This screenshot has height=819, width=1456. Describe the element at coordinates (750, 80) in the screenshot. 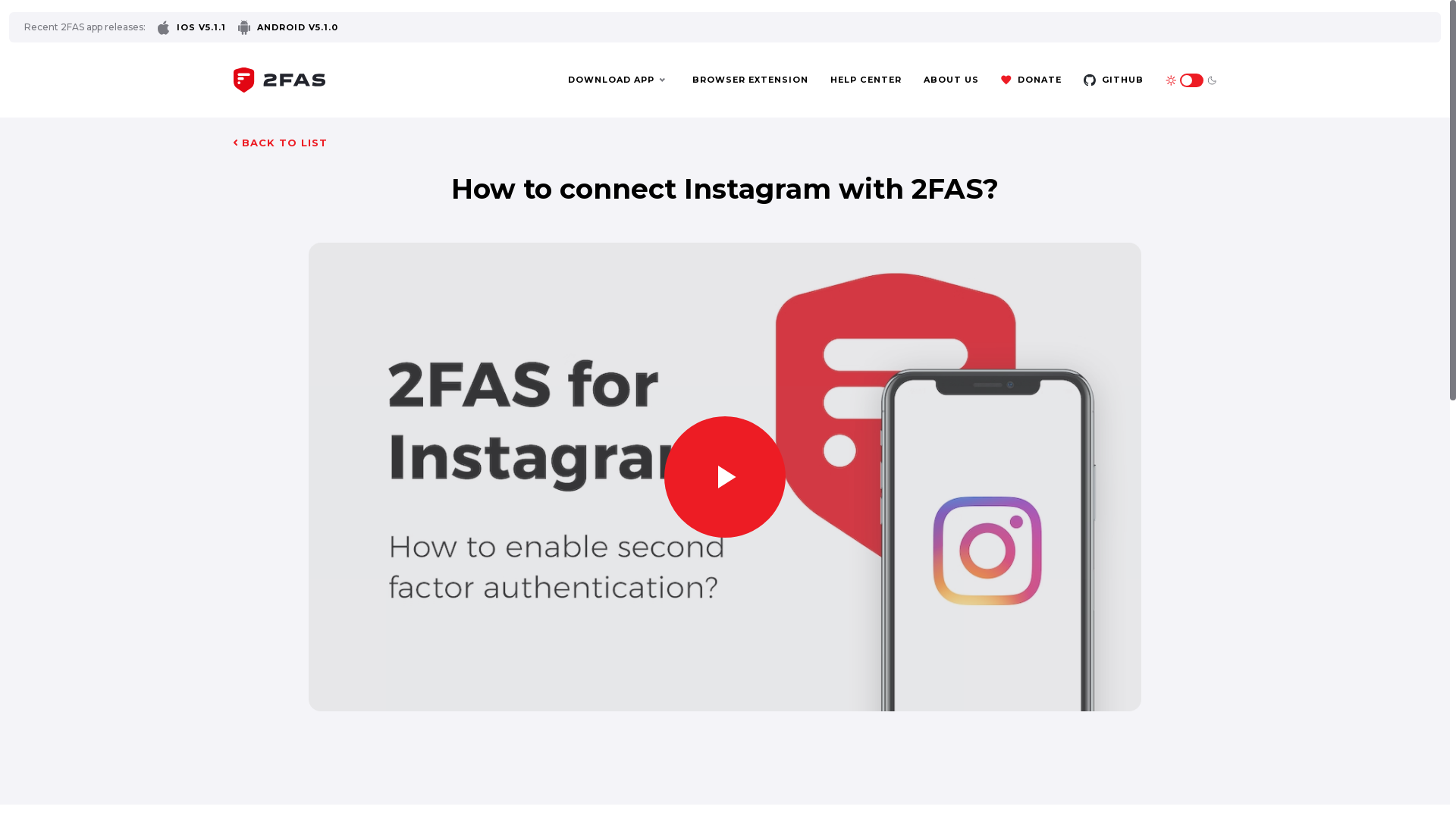

I see `'BROWSER EXTENSION'` at that location.